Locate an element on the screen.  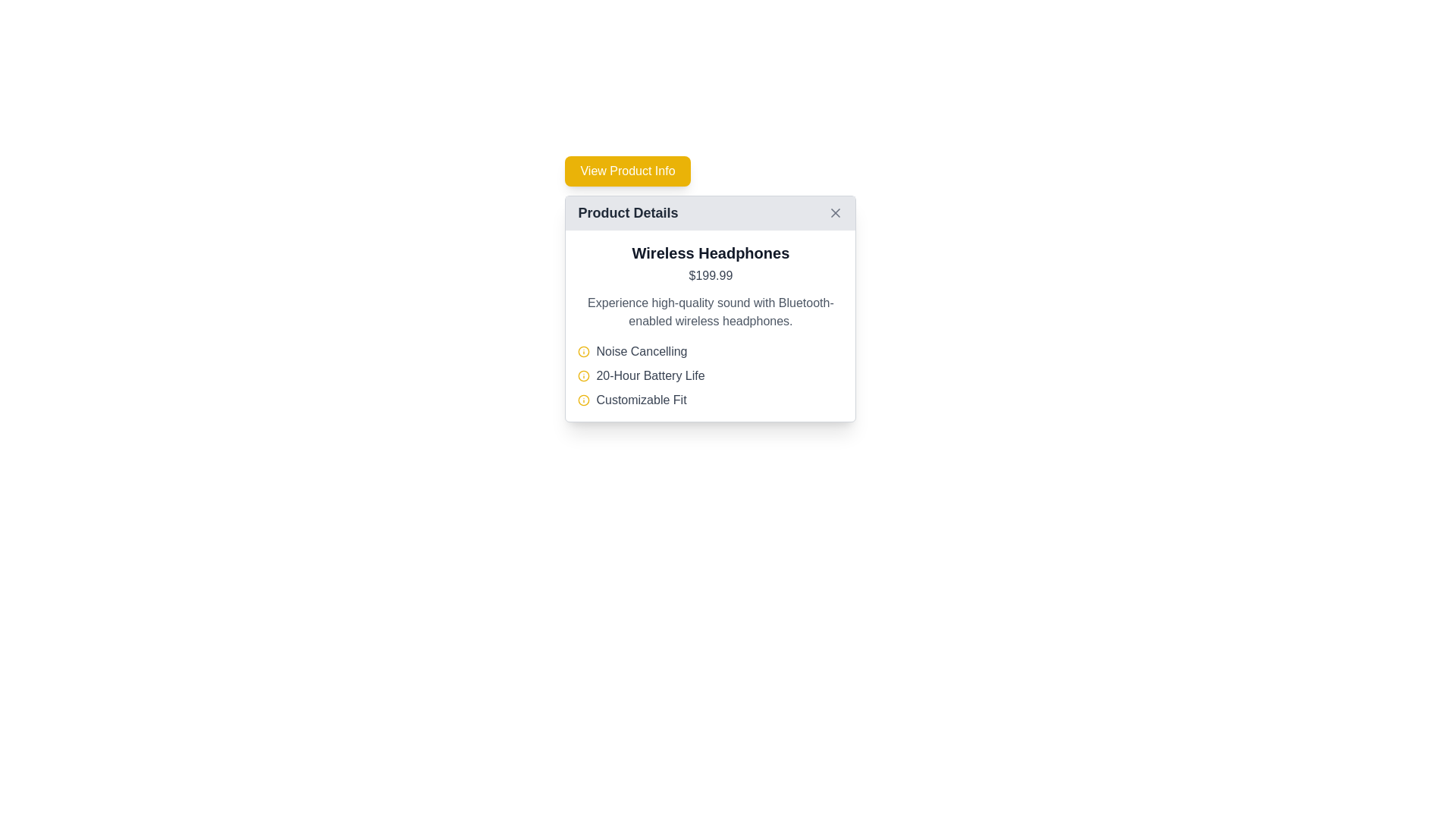
the outer circle of the information symbol representing 'Noise Cancelling' in the interface is located at coordinates (583, 375).